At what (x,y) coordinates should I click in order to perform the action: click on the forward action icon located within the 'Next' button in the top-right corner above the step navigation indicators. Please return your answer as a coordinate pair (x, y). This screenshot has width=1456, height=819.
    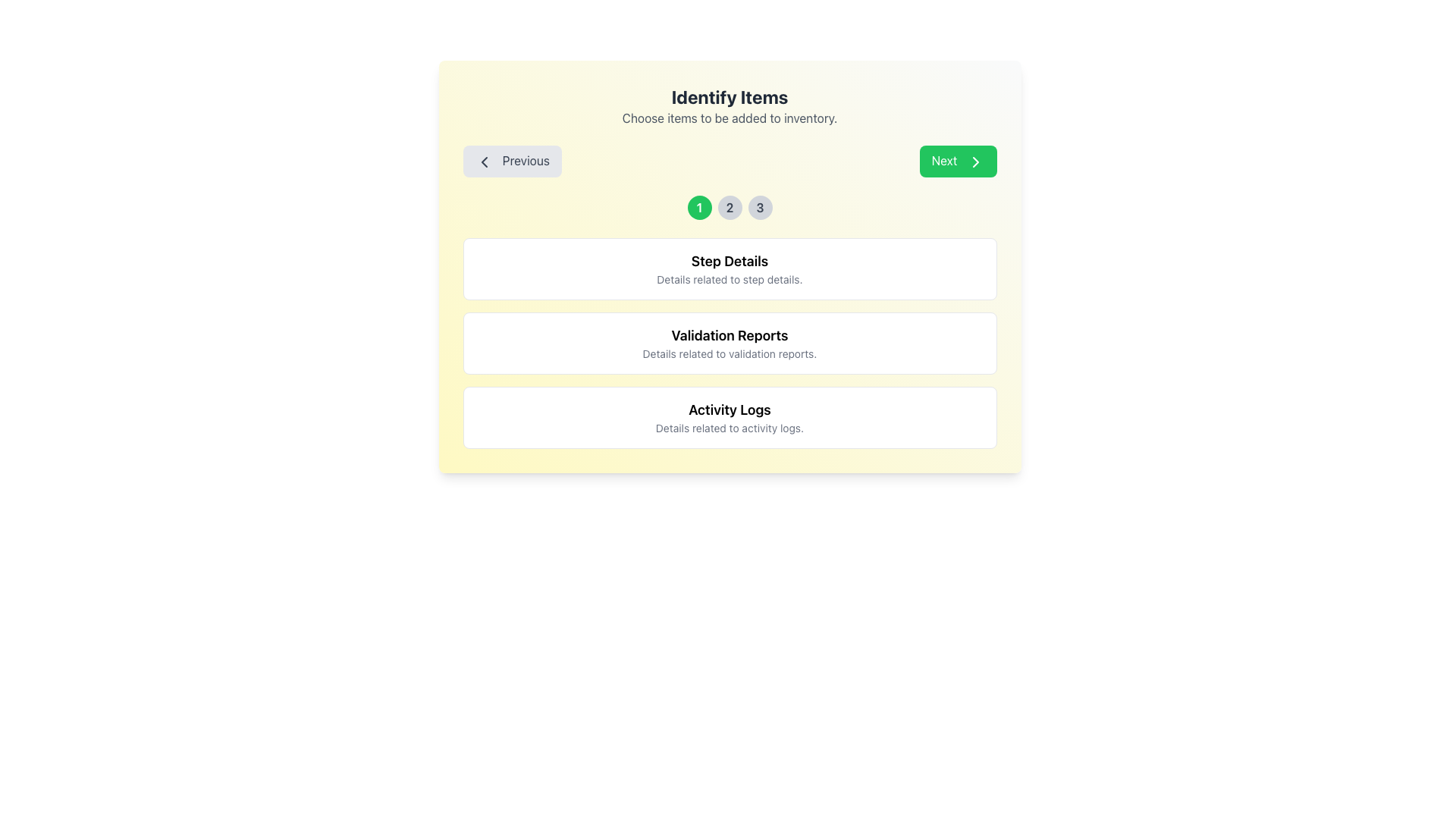
    Looking at the image, I should click on (975, 162).